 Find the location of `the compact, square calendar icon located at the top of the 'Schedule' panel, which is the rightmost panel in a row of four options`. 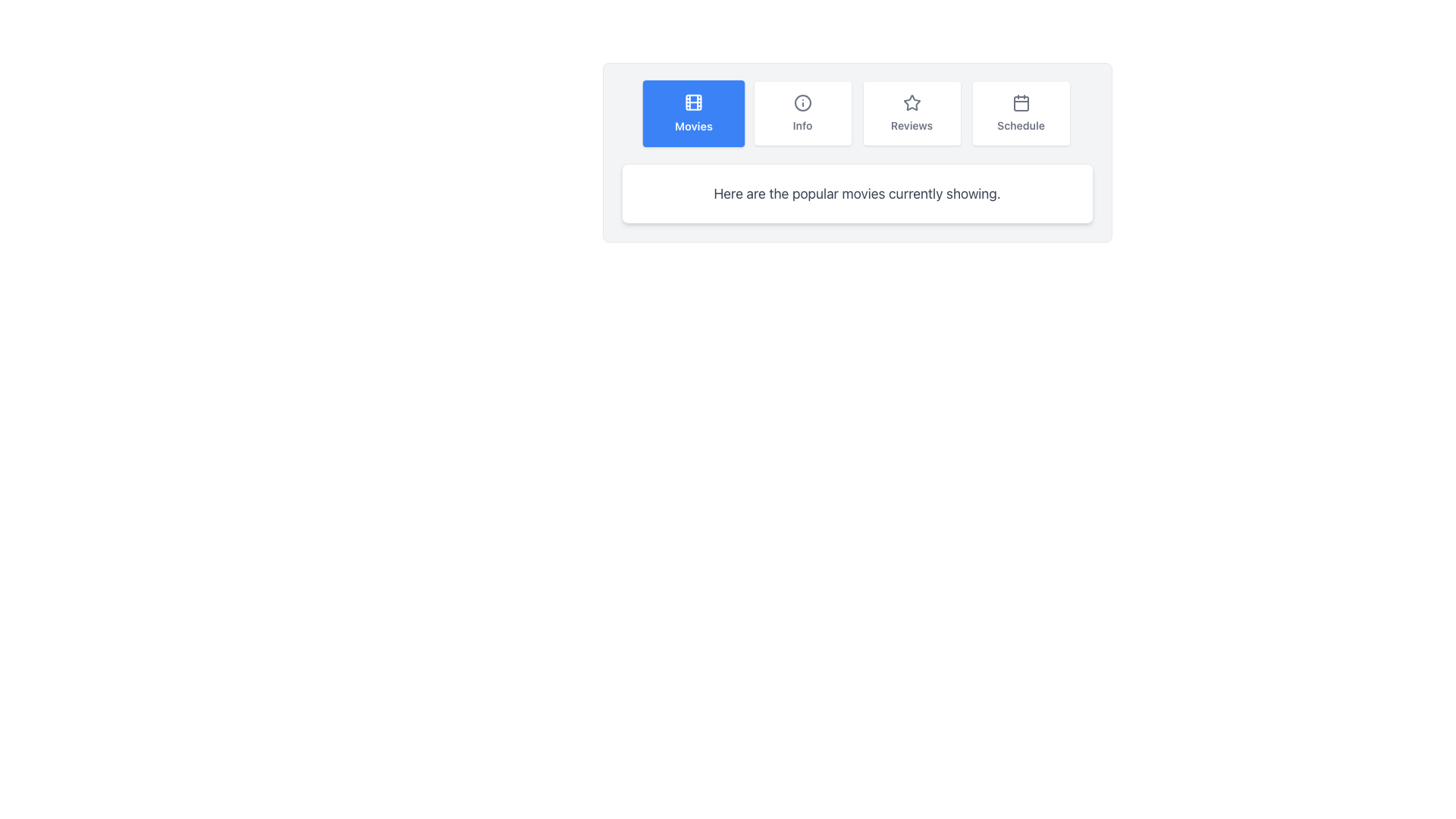

the compact, square calendar icon located at the top of the 'Schedule' panel, which is the rightmost panel in a row of four options is located at coordinates (1021, 102).